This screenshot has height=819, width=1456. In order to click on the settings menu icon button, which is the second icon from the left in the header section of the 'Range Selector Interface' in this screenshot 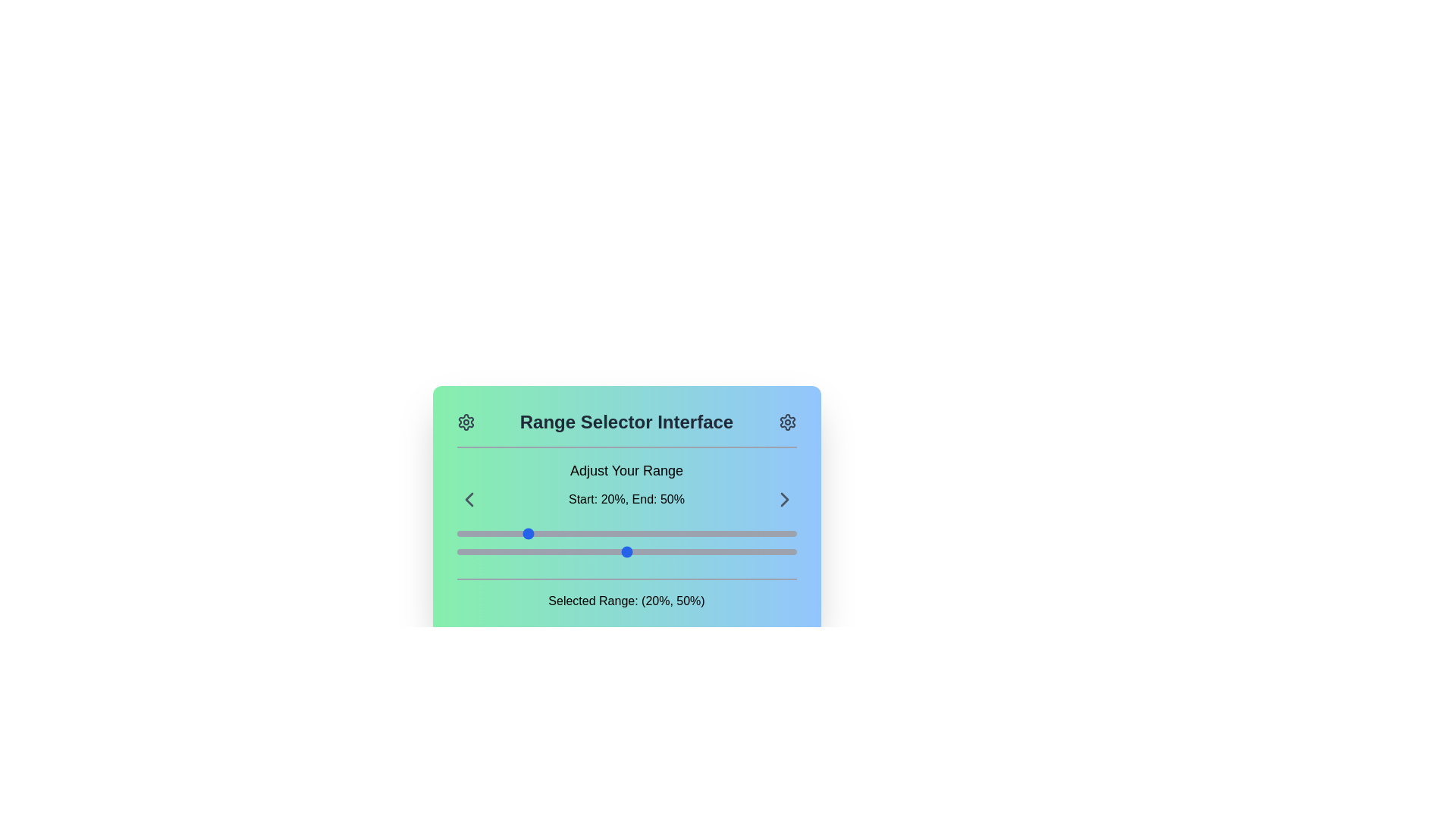, I will do `click(465, 422)`.